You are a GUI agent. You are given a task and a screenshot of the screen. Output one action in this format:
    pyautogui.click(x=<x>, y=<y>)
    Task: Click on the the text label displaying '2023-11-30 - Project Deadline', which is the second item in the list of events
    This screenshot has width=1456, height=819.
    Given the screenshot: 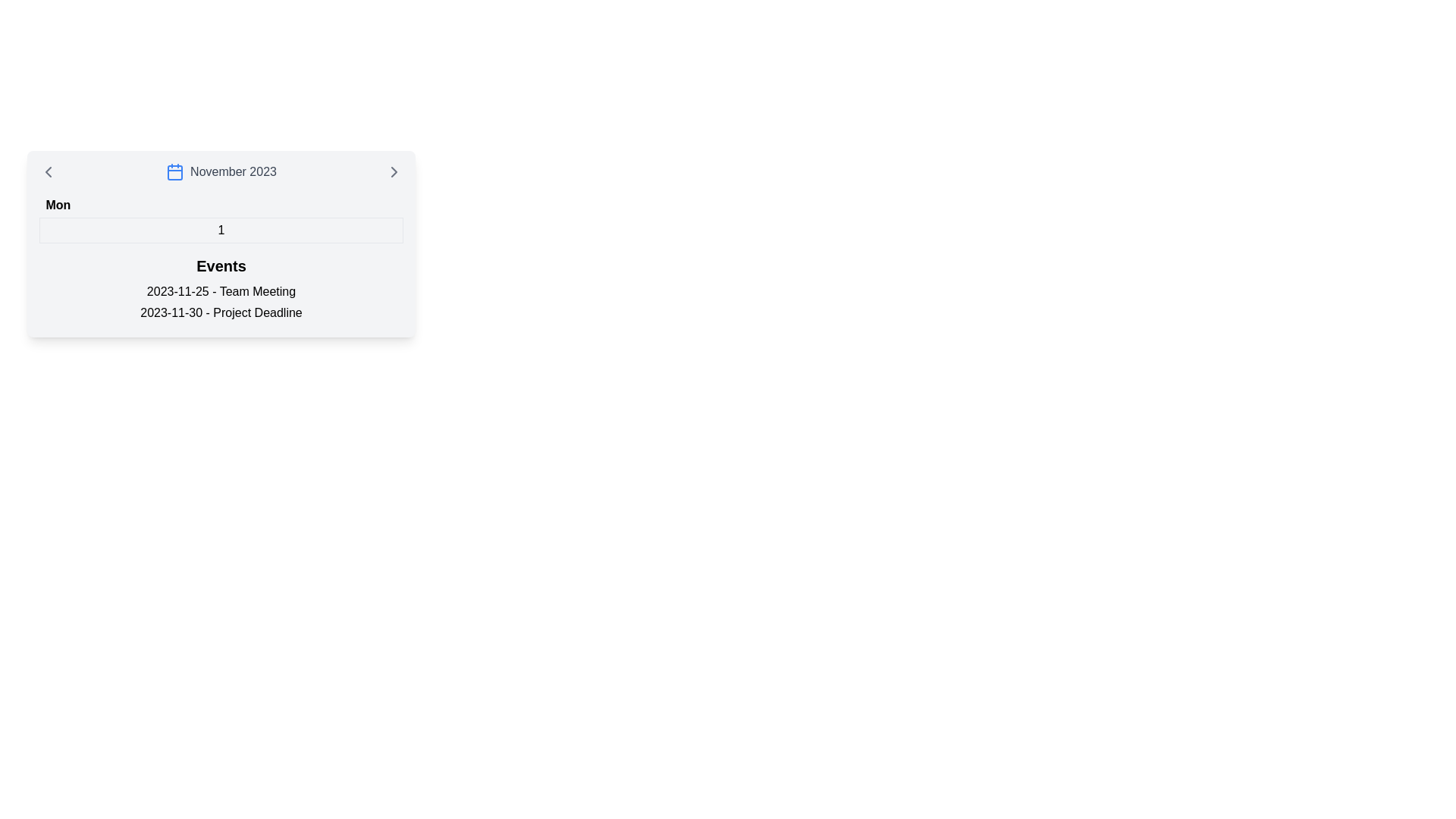 What is the action you would take?
    pyautogui.click(x=221, y=312)
    